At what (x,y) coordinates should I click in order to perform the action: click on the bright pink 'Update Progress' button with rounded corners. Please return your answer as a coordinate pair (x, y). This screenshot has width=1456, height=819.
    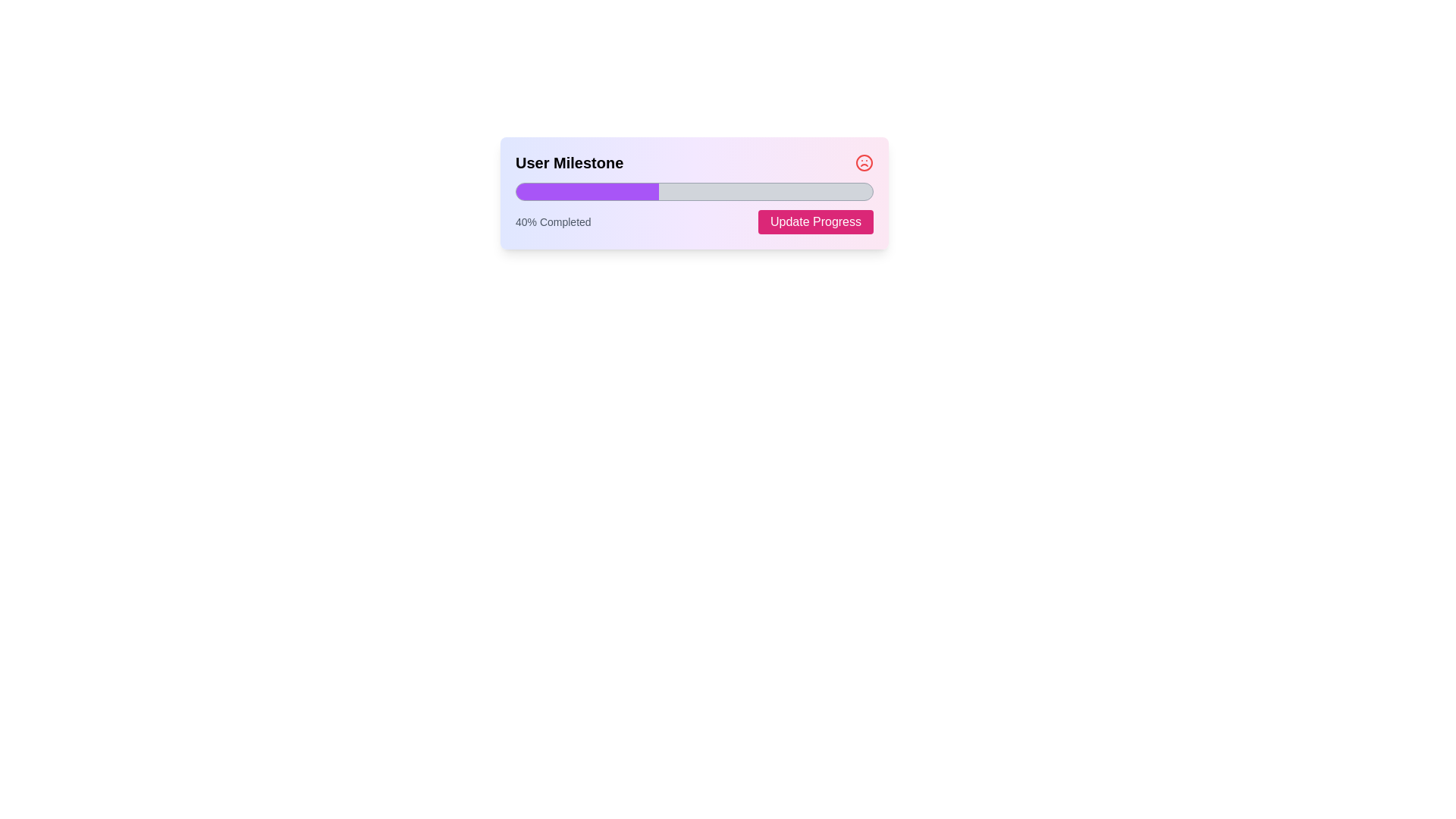
    Looking at the image, I should click on (814, 222).